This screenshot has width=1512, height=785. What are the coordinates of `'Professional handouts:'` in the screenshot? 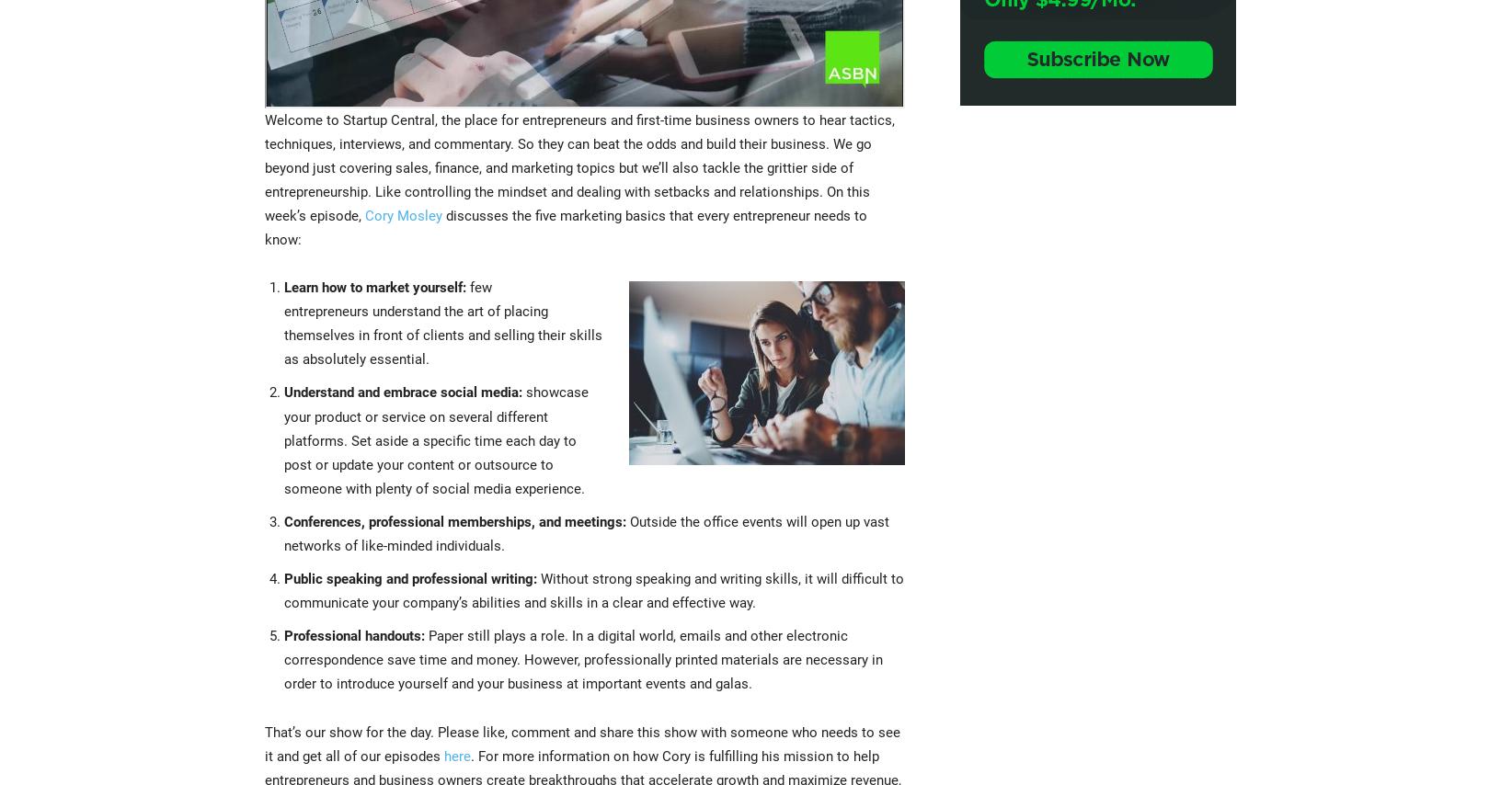 It's located at (353, 634).